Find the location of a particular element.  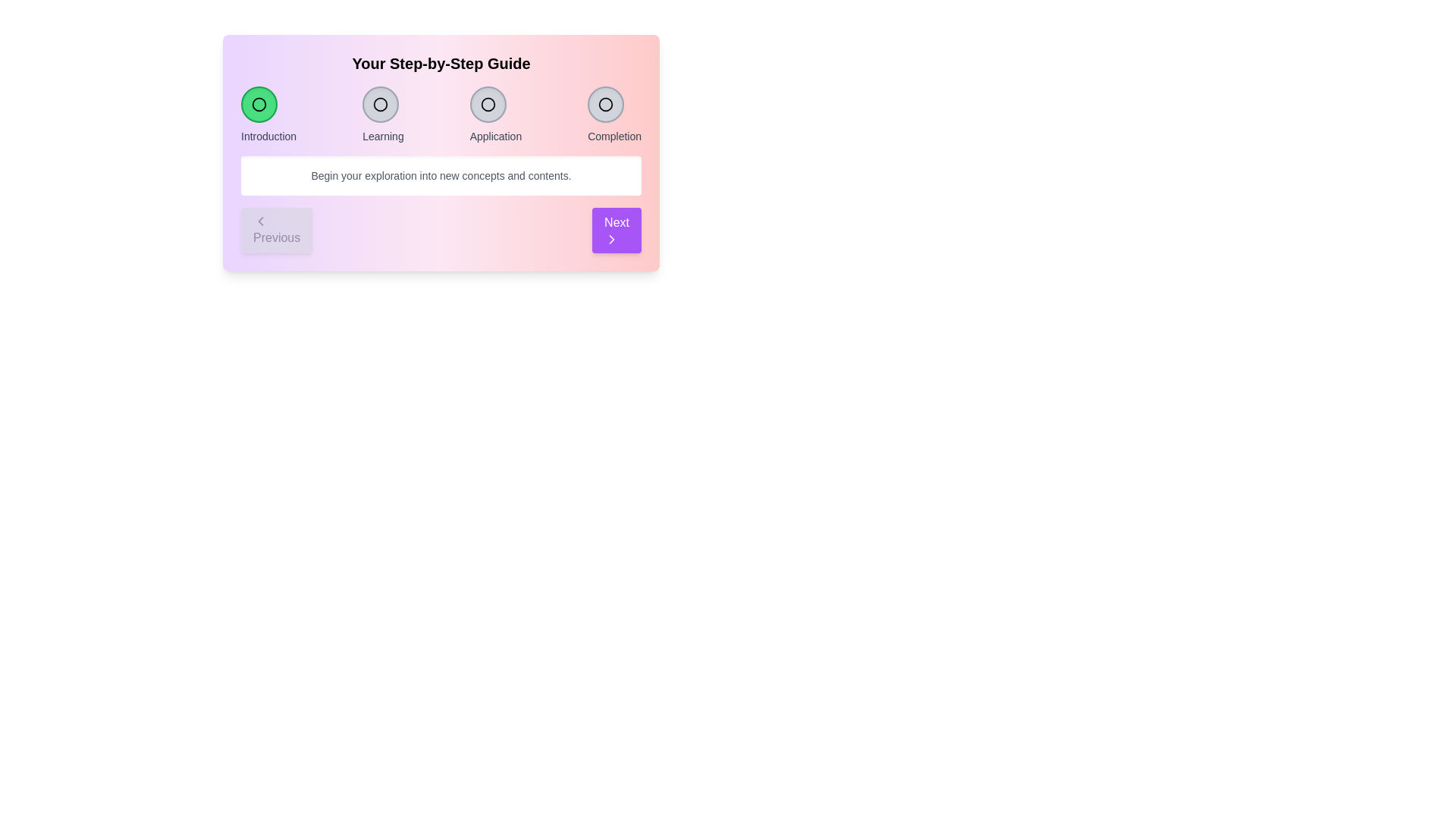

the 'Application' text label displayed in gray below the third circular icon in the step-by-step guide interface is located at coordinates (495, 136).